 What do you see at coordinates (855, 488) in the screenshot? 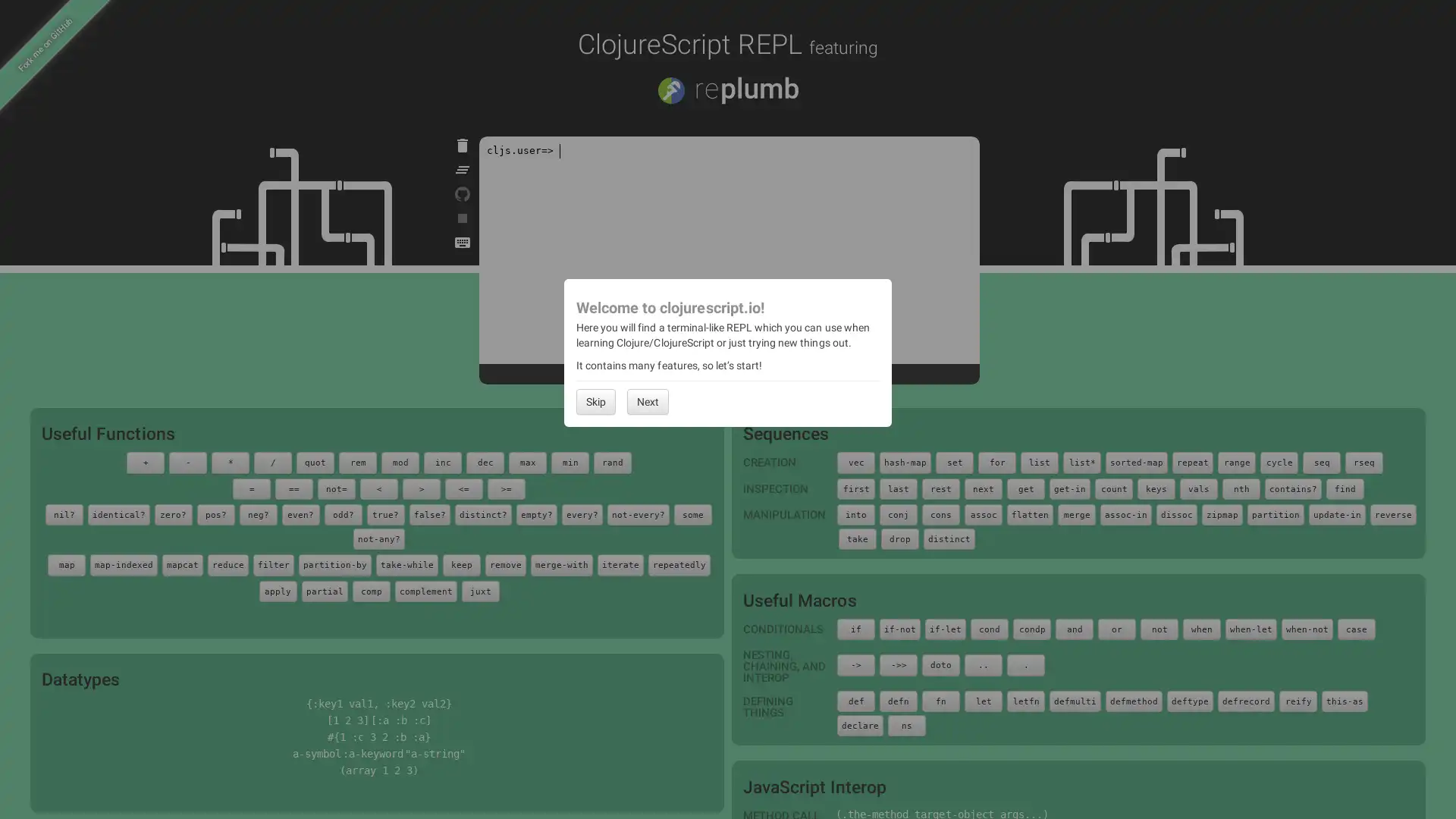
I see `first` at bounding box center [855, 488].